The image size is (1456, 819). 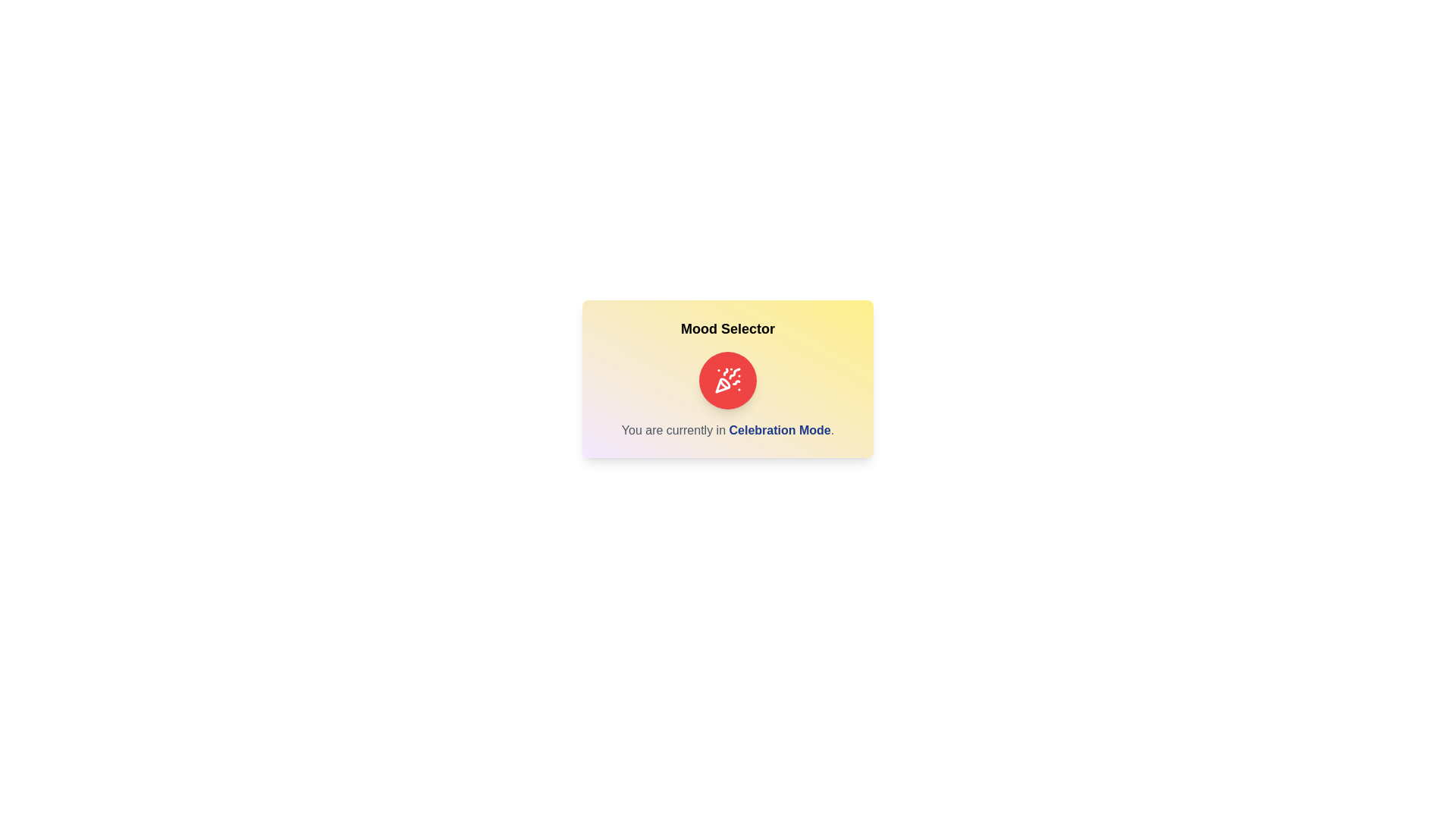 What do you see at coordinates (728, 379) in the screenshot?
I see `toggle button to switch the mood` at bounding box center [728, 379].